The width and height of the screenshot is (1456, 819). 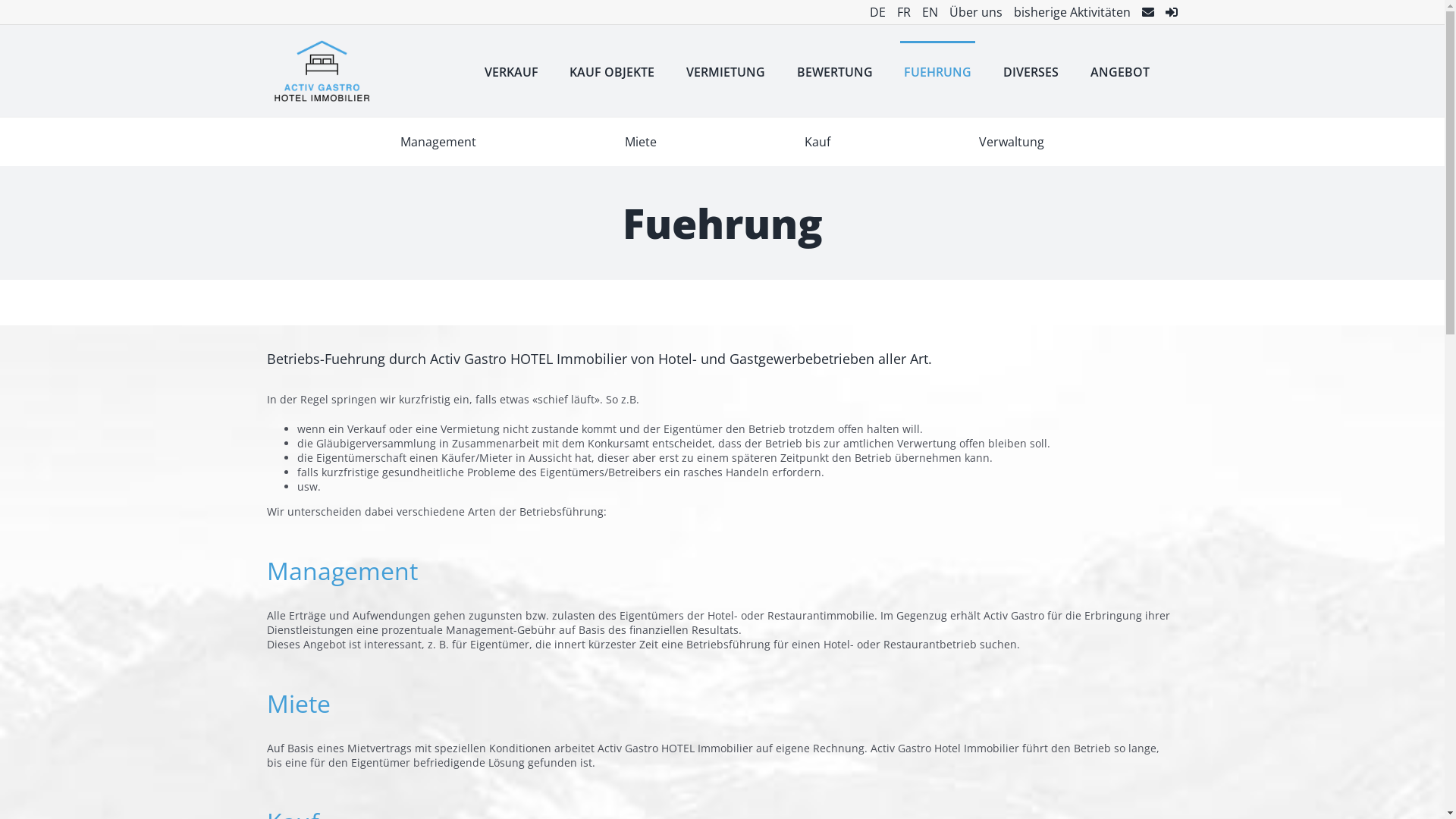 What do you see at coordinates (872, 11) in the screenshot?
I see `'DE'` at bounding box center [872, 11].